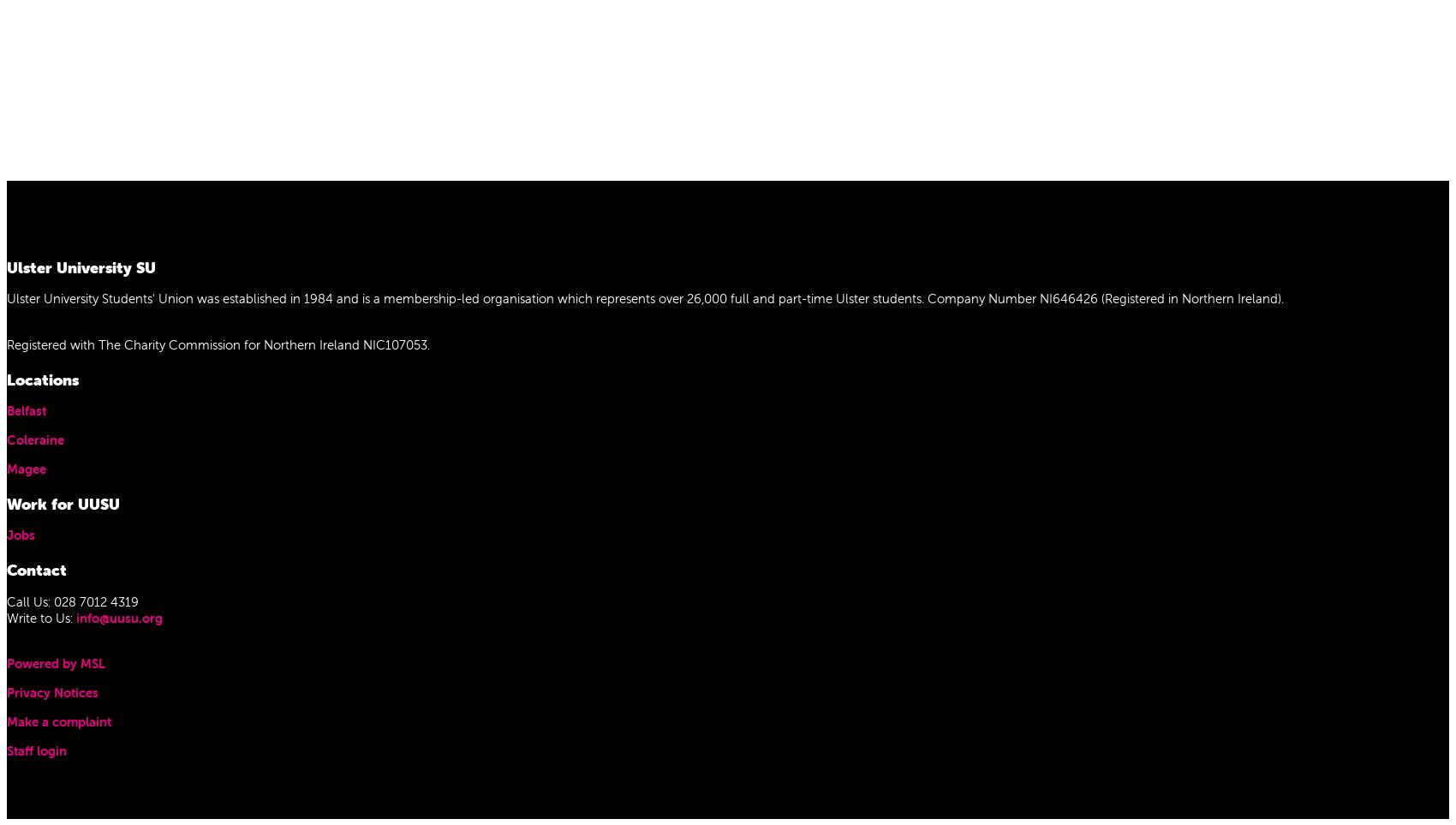 The width and height of the screenshot is (1456, 825). What do you see at coordinates (42, 378) in the screenshot?
I see `'Locations'` at bounding box center [42, 378].